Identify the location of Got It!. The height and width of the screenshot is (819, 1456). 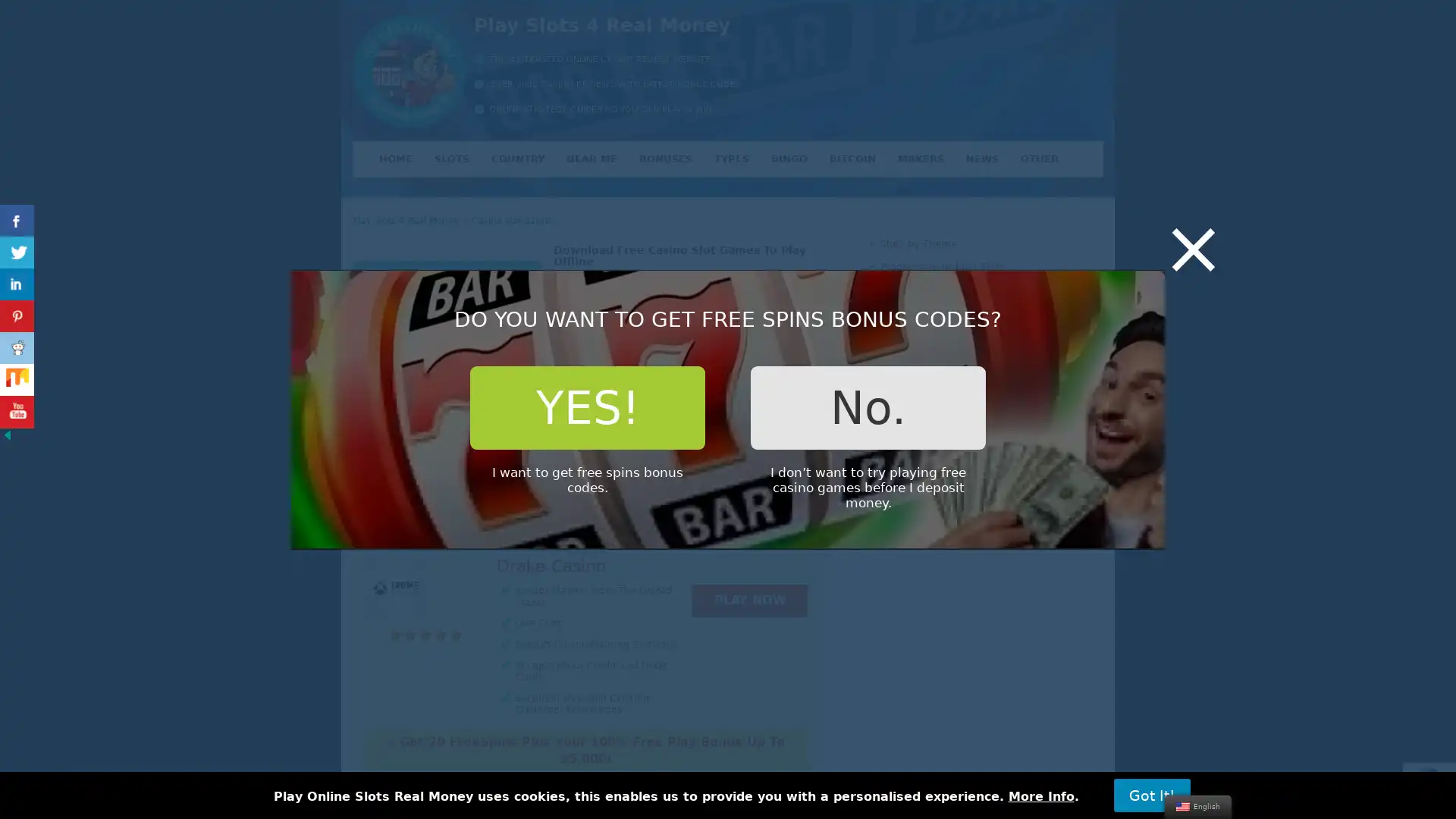
(1151, 795).